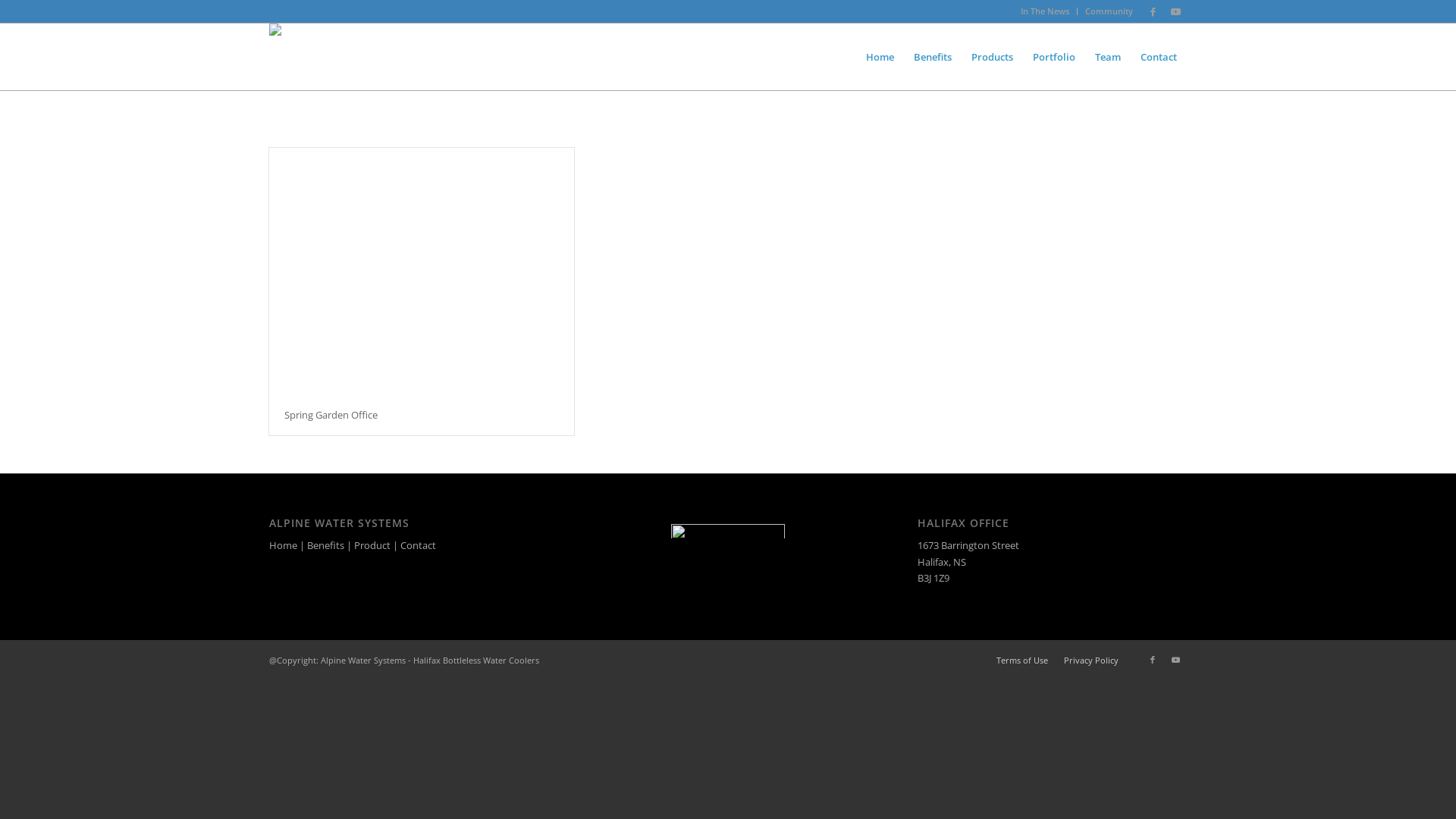 The image size is (1456, 819). I want to click on 'Privacy Policy', so click(1090, 659).